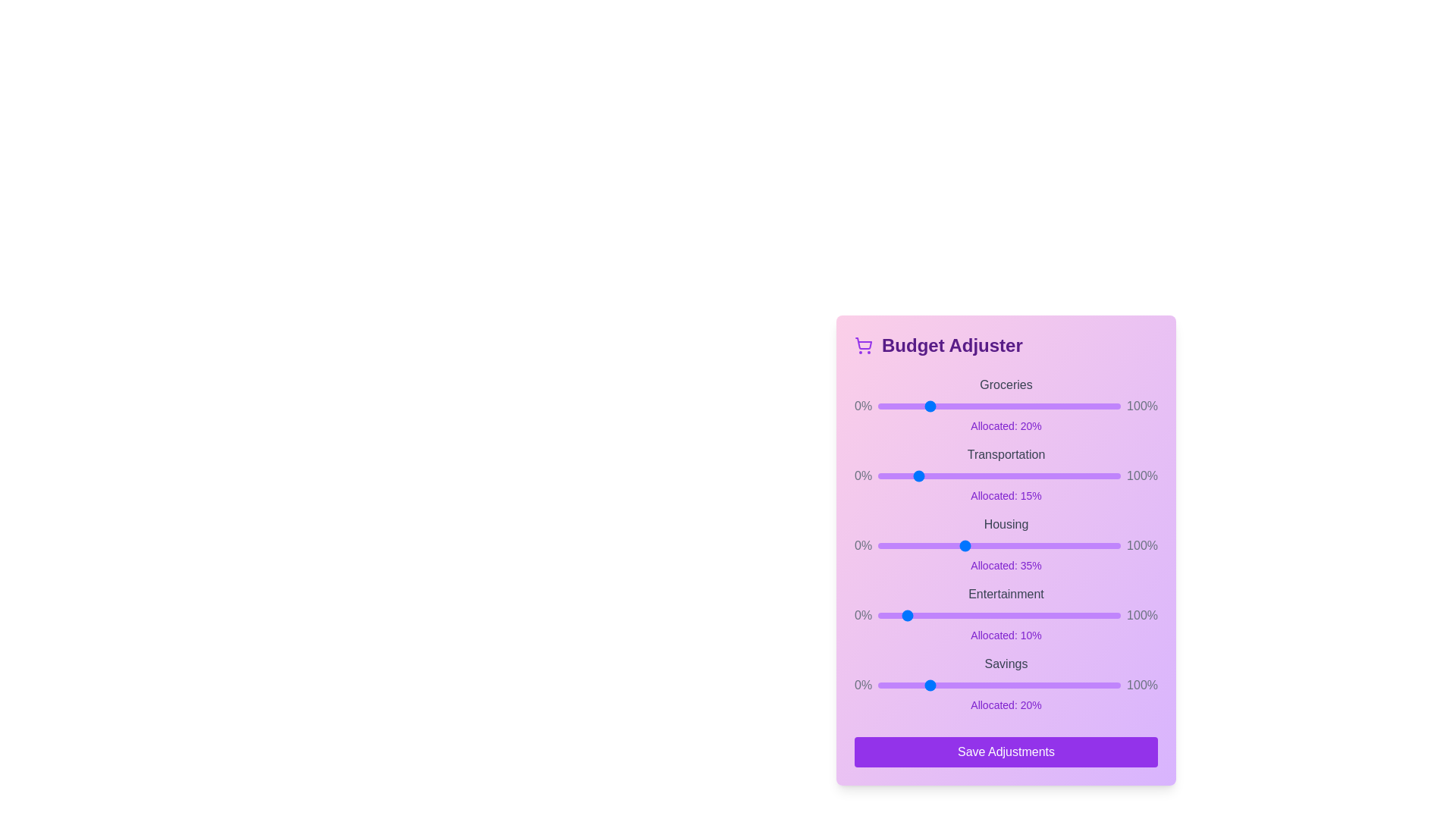 This screenshot has height=819, width=1456. Describe the element at coordinates (1035, 406) in the screenshot. I see `the slider for a specific category to set its allocation to 65%` at that location.